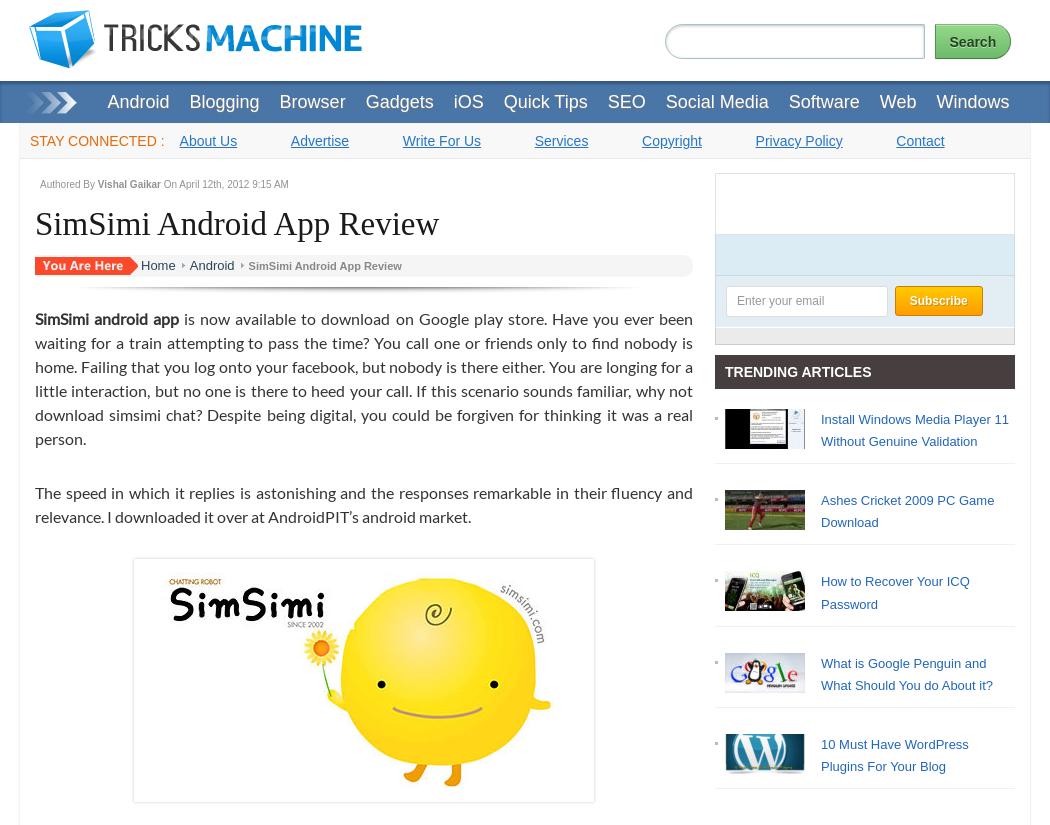  I want to click on 'SimSimi android app', so click(106, 317).